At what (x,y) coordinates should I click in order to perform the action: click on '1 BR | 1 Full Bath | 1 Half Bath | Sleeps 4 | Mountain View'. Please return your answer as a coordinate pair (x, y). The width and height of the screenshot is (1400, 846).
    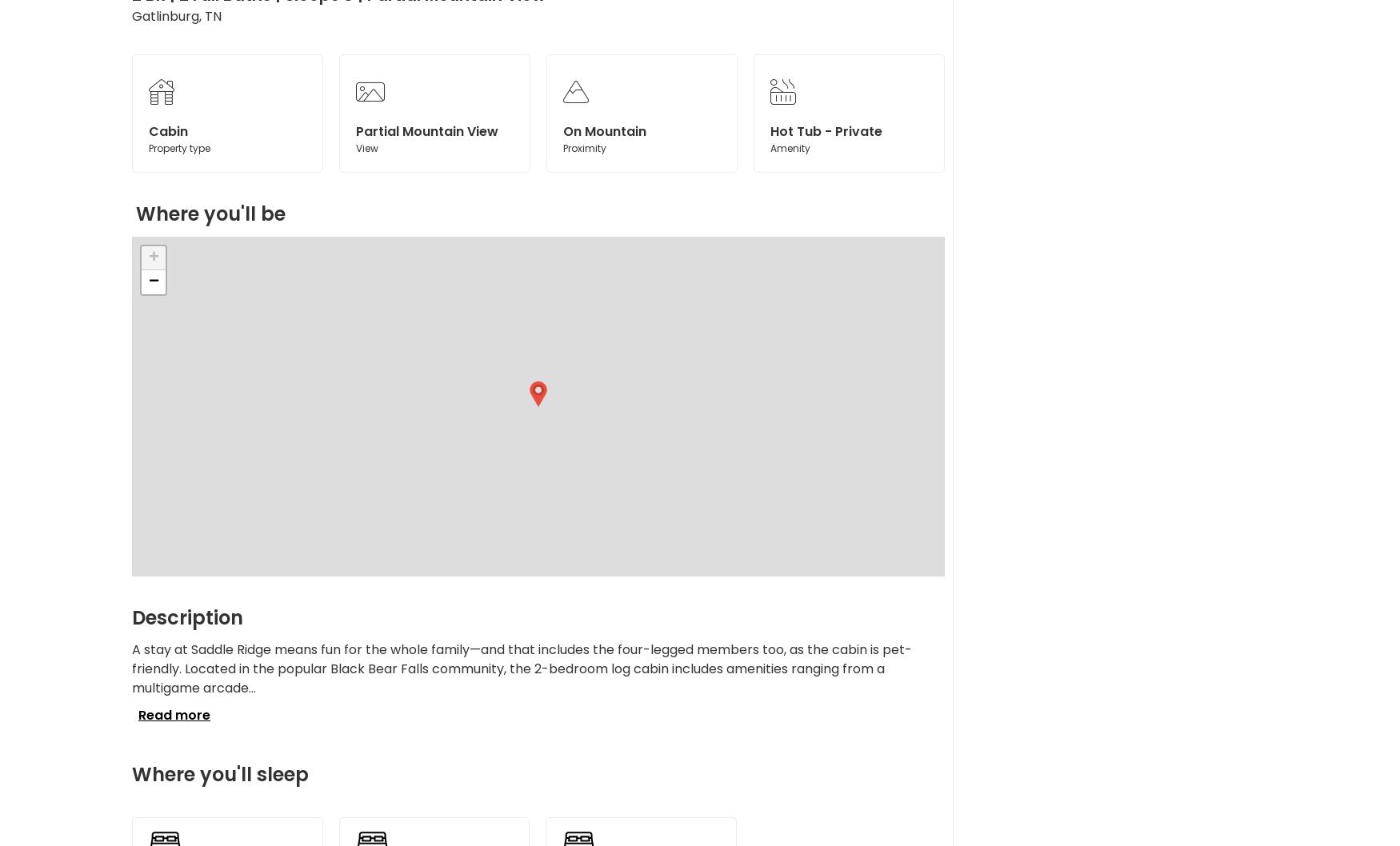
    Looking at the image, I should click on (246, 211).